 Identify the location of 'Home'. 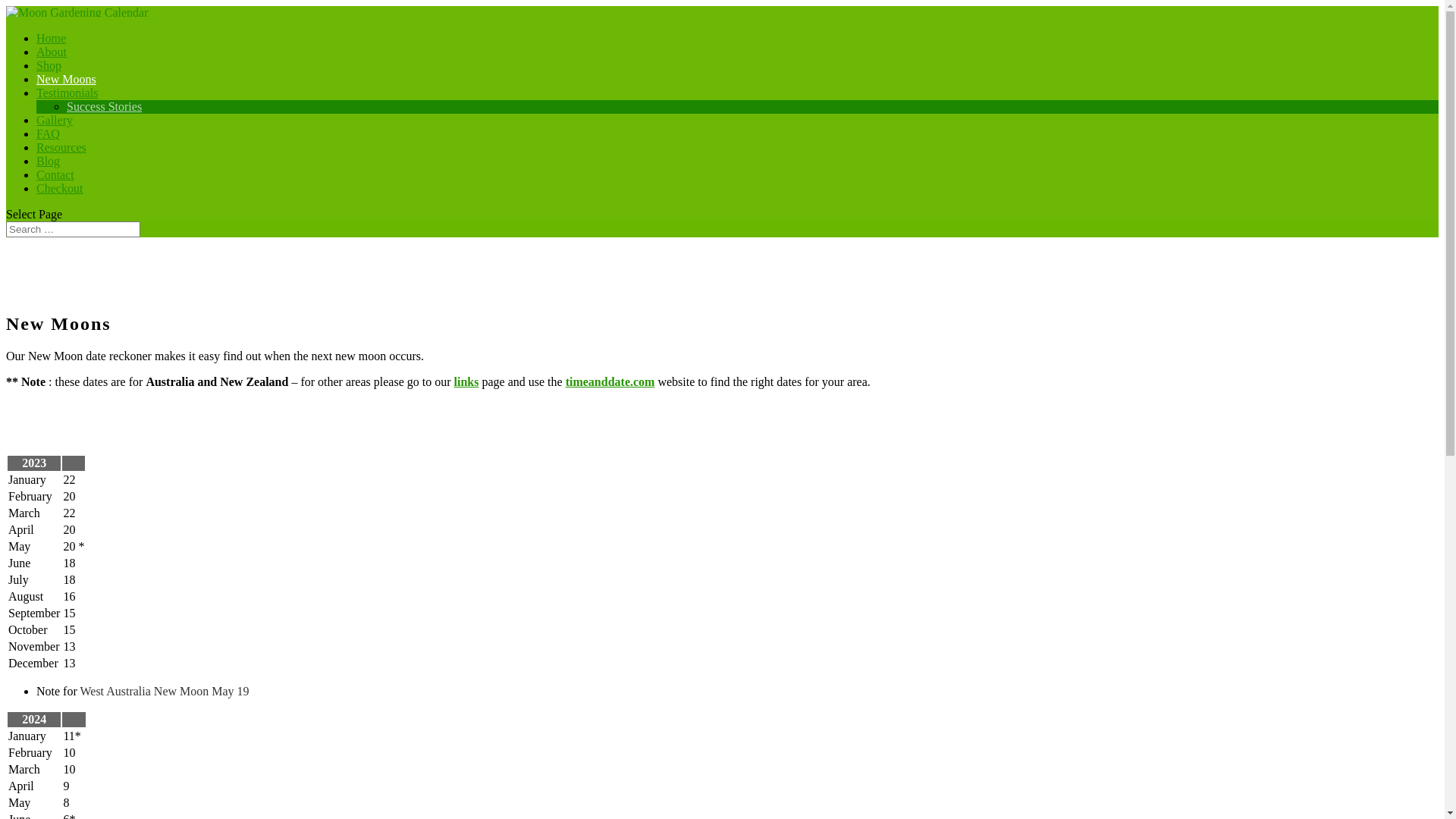
(51, 44).